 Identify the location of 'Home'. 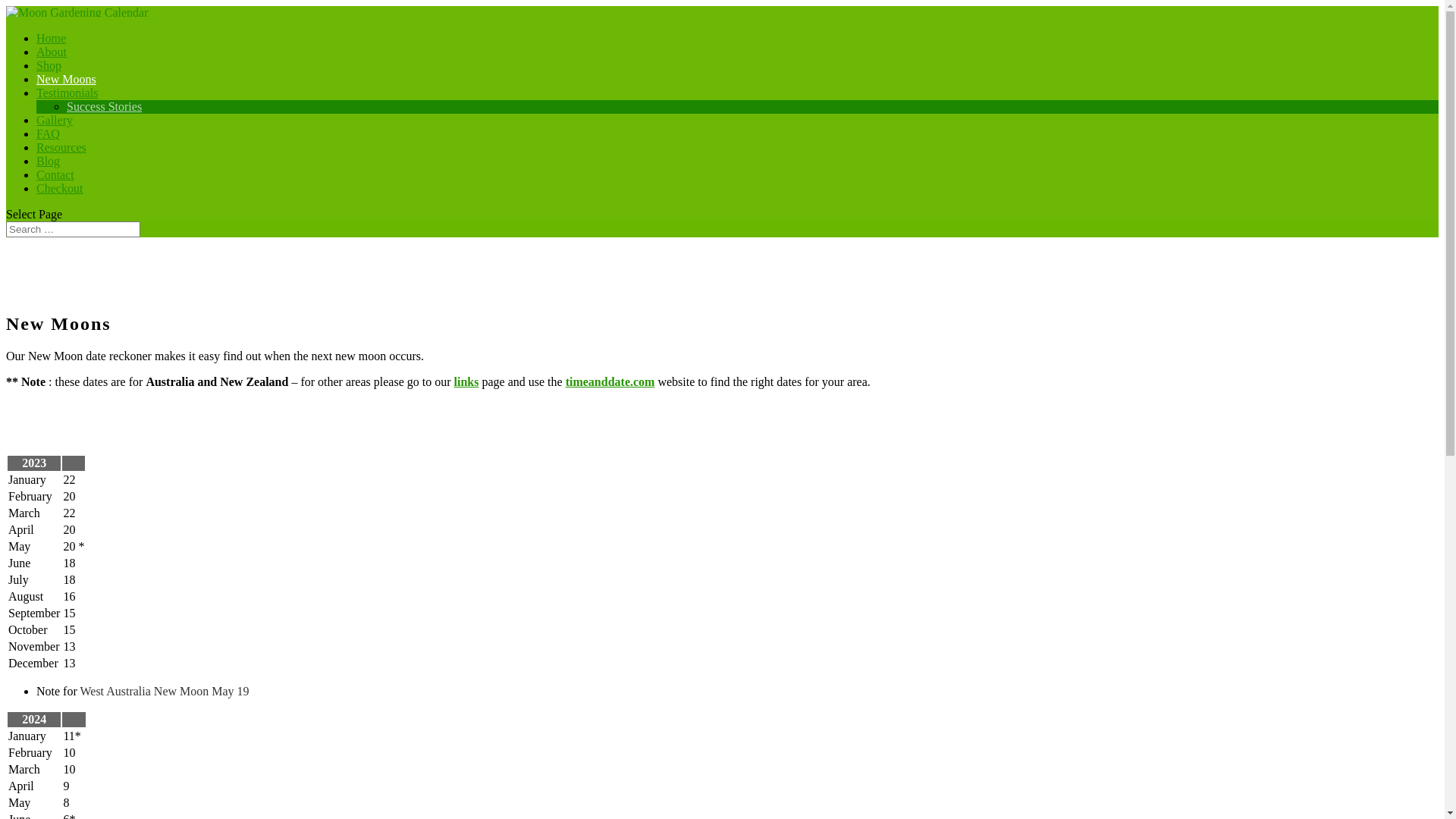
(51, 44).